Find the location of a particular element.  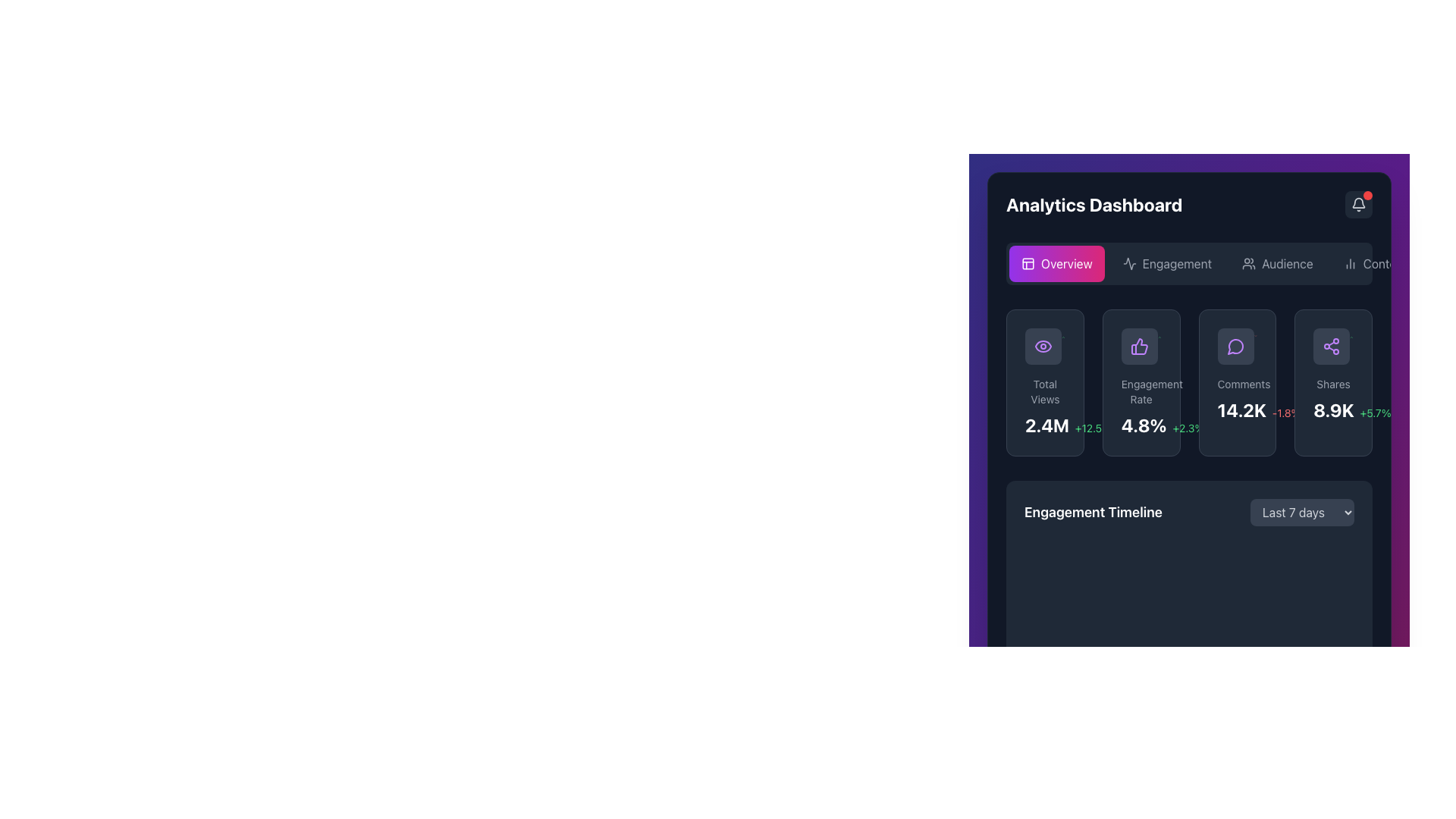

the Metric Text display showing '2.4M' with a green percentage label '+12.5%' in the 'Total Views' card of the Analytics Dashboard is located at coordinates (1044, 425).